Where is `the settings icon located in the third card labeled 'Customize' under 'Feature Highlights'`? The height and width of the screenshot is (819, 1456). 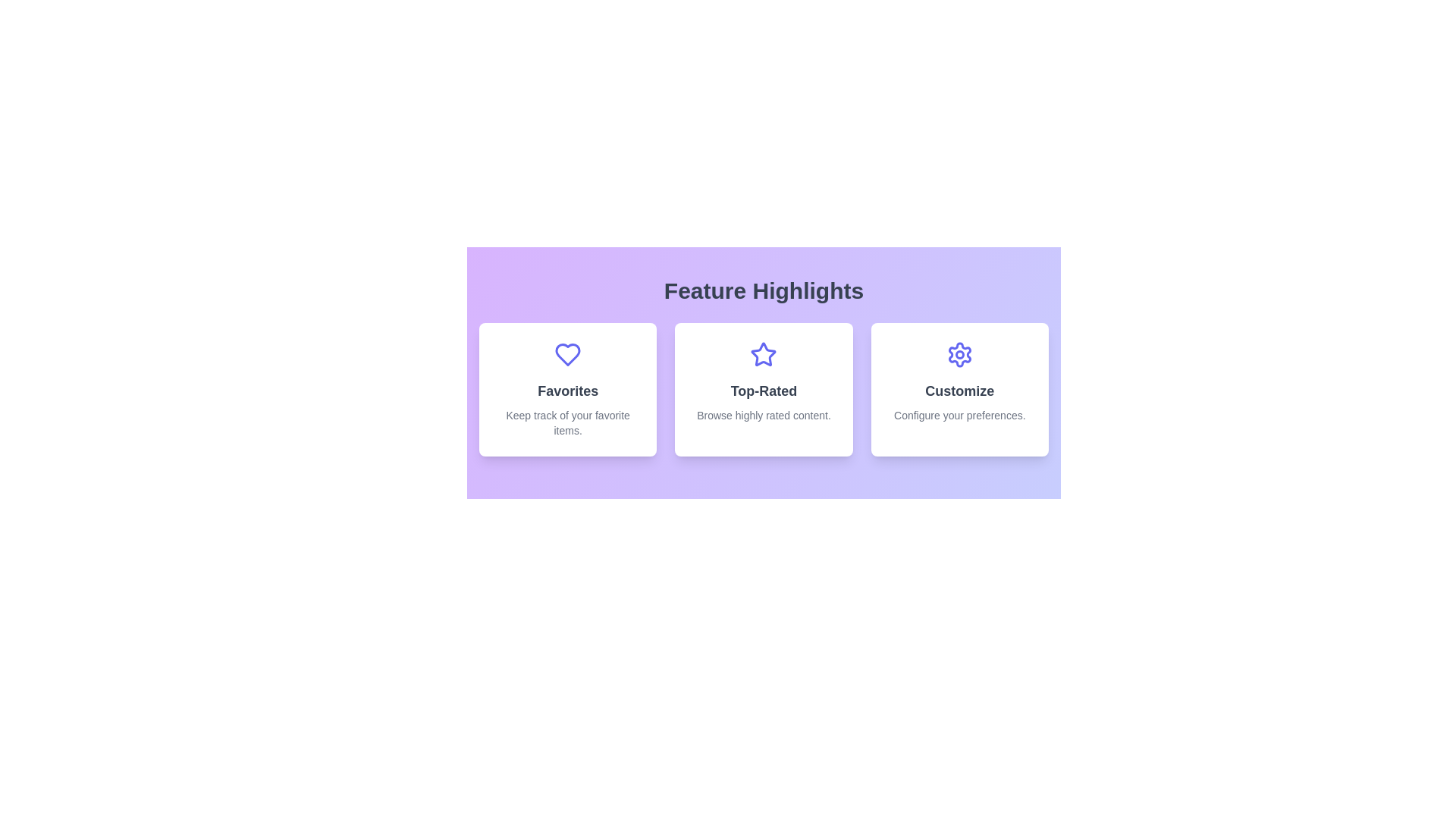 the settings icon located in the third card labeled 'Customize' under 'Feature Highlights' is located at coordinates (959, 354).